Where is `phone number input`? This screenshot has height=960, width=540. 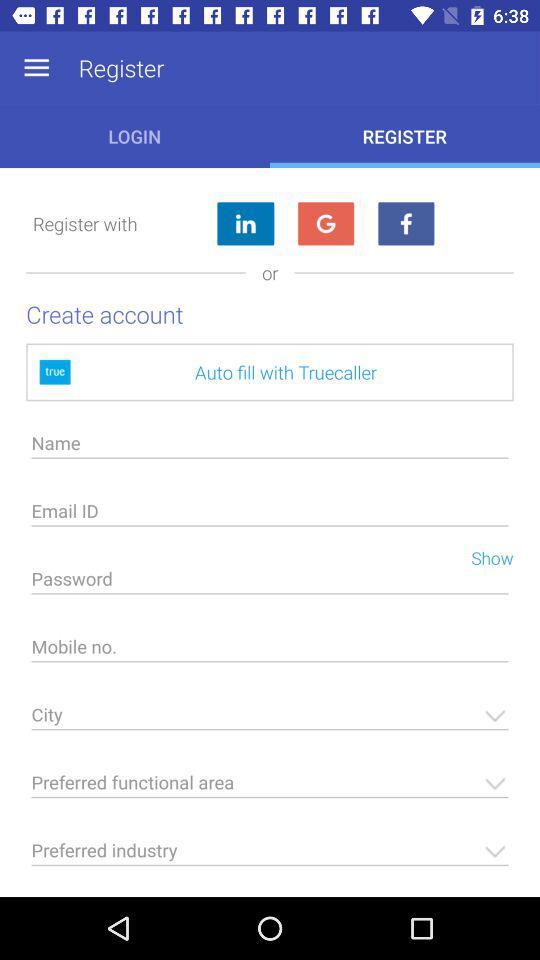
phone number input is located at coordinates (270, 651).